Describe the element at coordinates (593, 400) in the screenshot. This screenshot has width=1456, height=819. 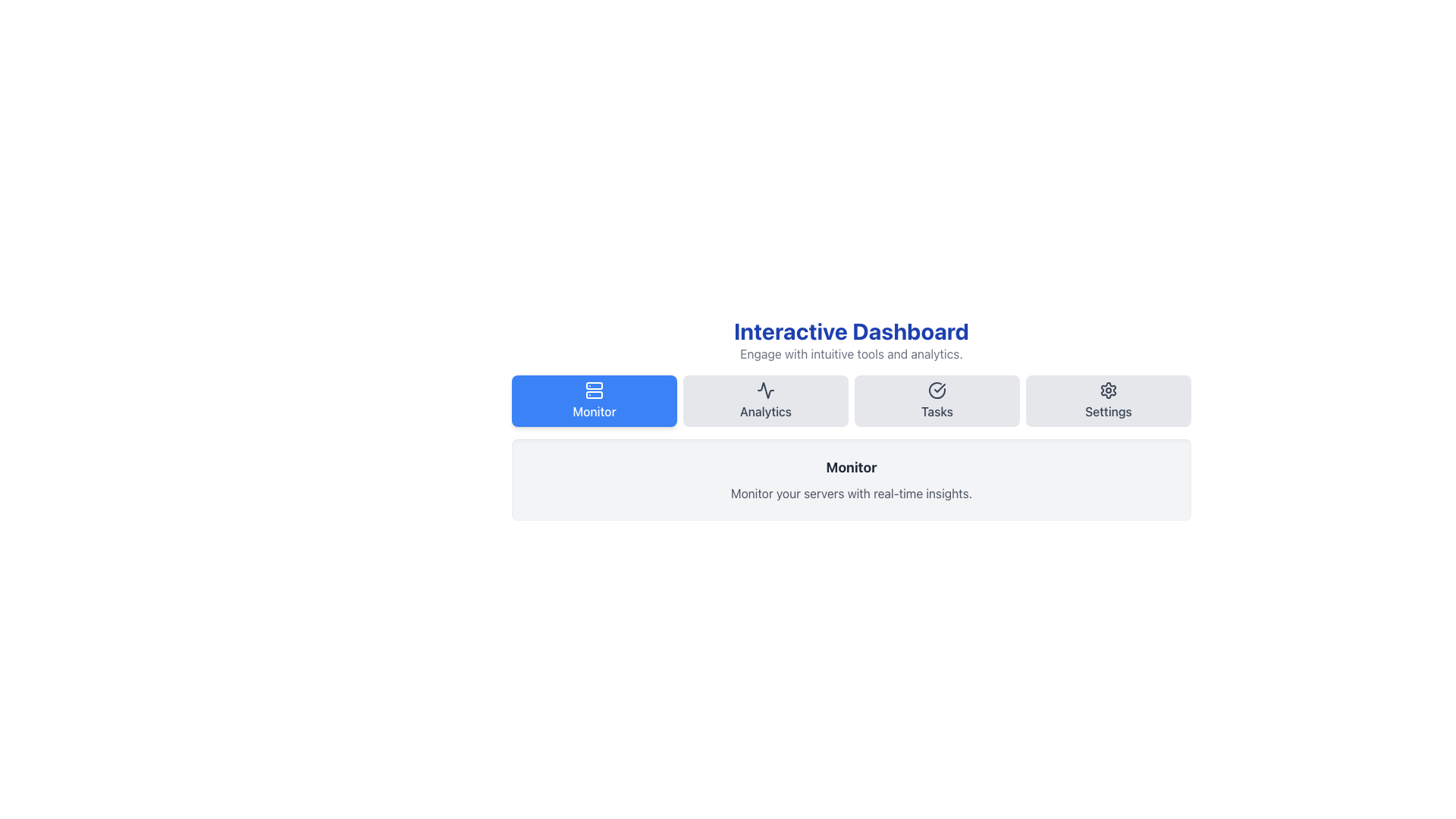
I see `the blue rounded button labeled 'Monitor' with a server icon` at that location.